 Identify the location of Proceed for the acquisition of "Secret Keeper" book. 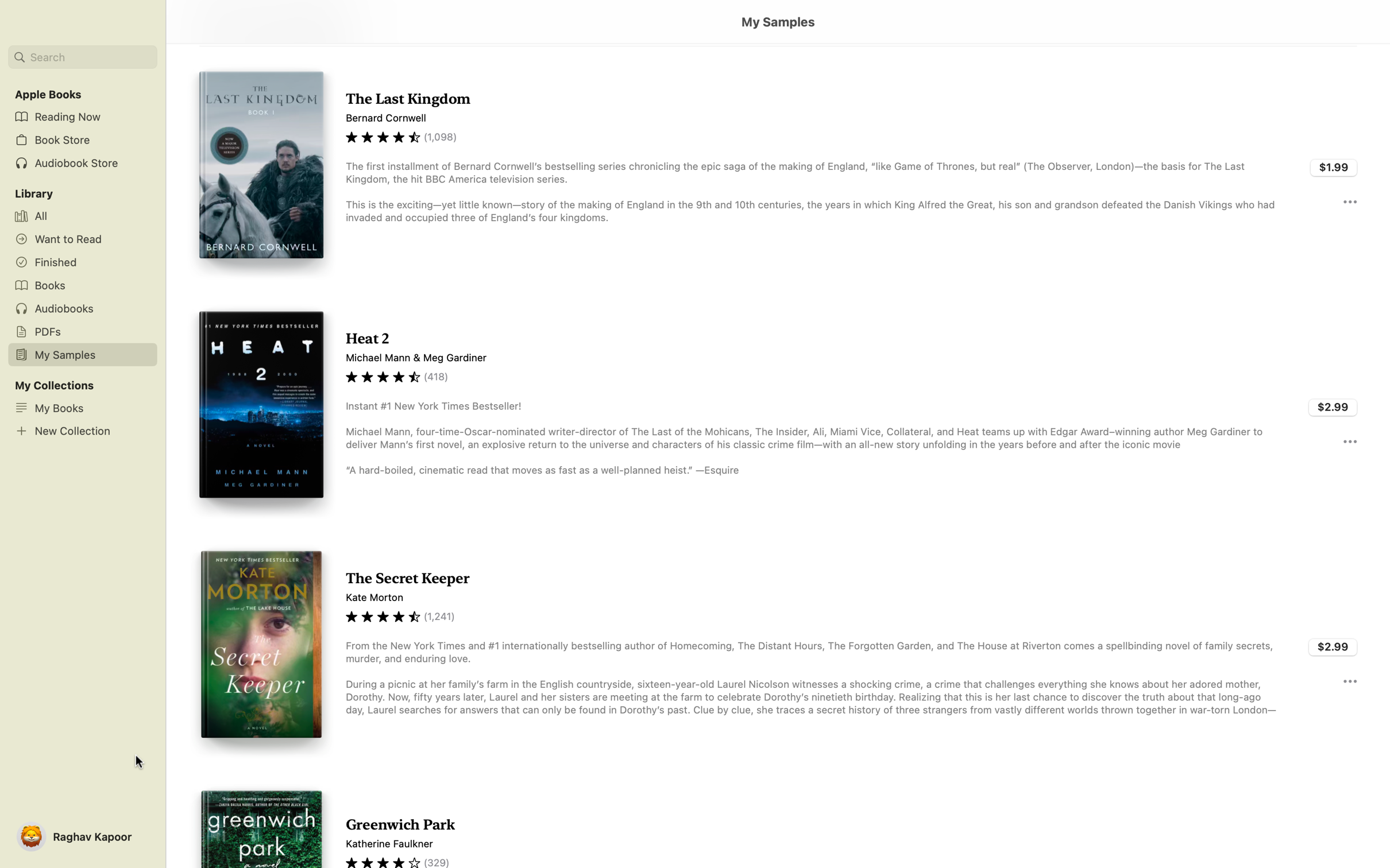
(1333, 645).